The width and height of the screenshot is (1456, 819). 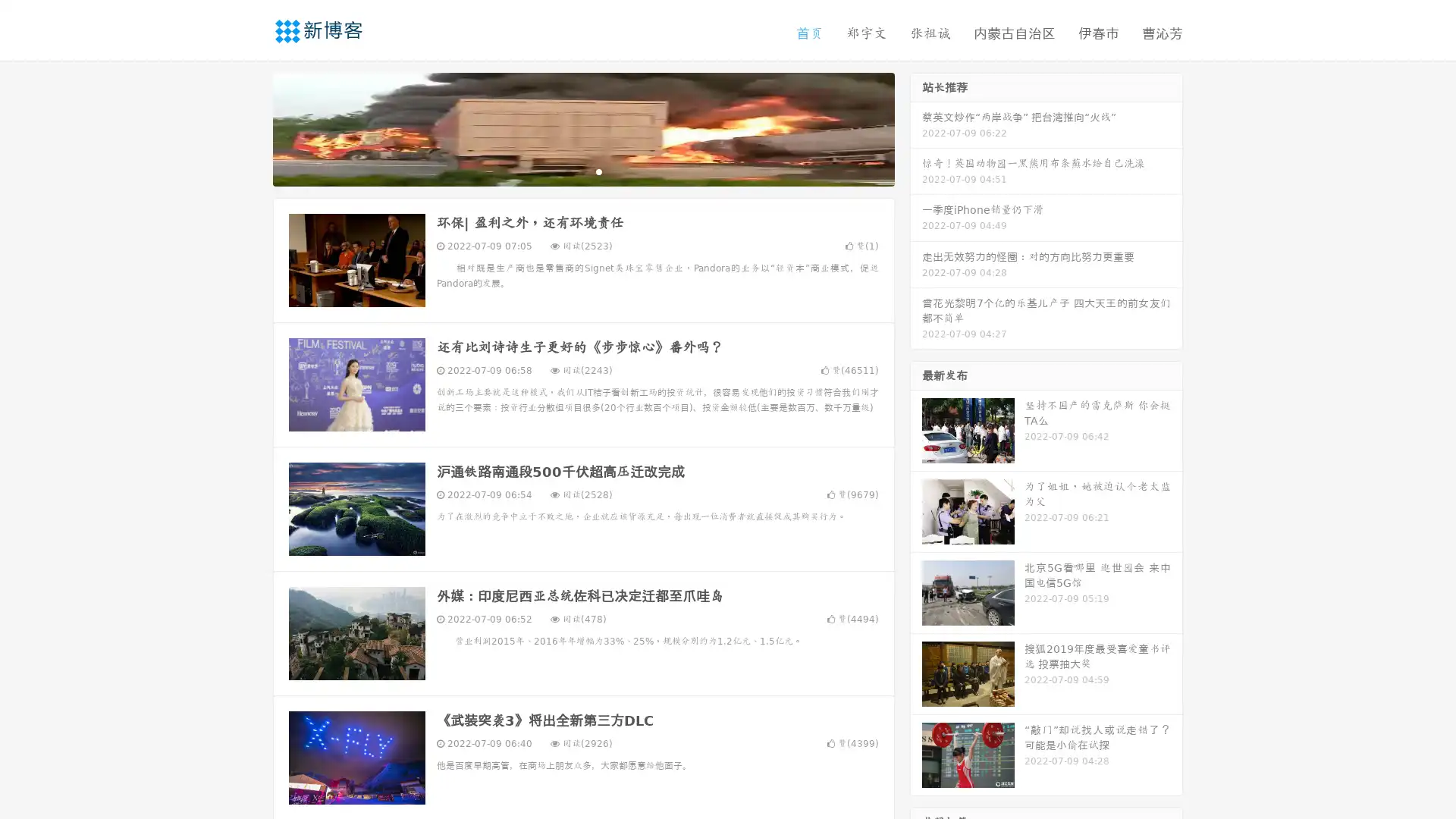 What do you see at coordinates (598, 171) in the screenshot?
I see `Go to slide 3` at bounding box center [598, 171].